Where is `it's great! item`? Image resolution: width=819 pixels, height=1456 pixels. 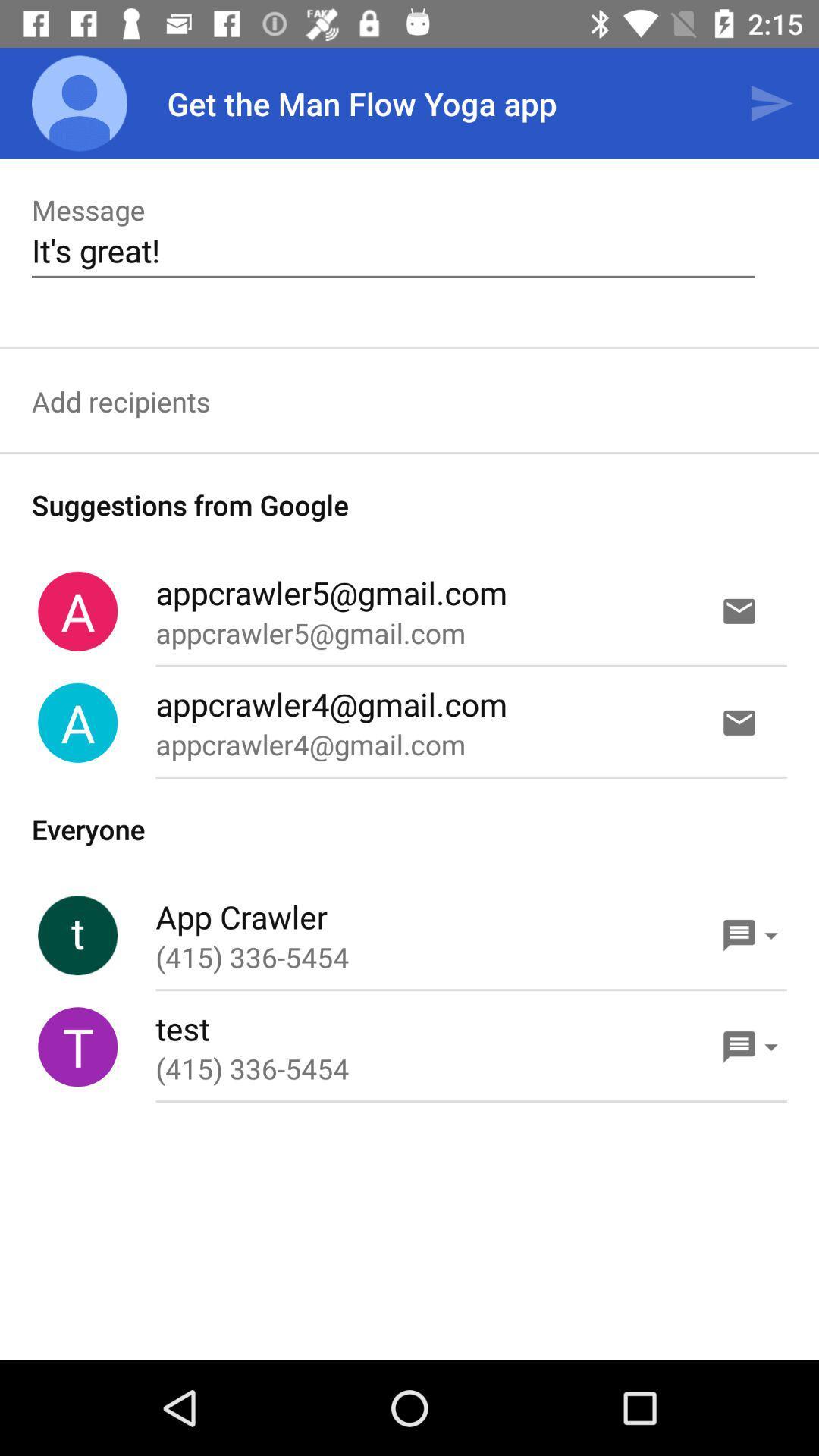 it's great! item is located at coordinates (393, 250).